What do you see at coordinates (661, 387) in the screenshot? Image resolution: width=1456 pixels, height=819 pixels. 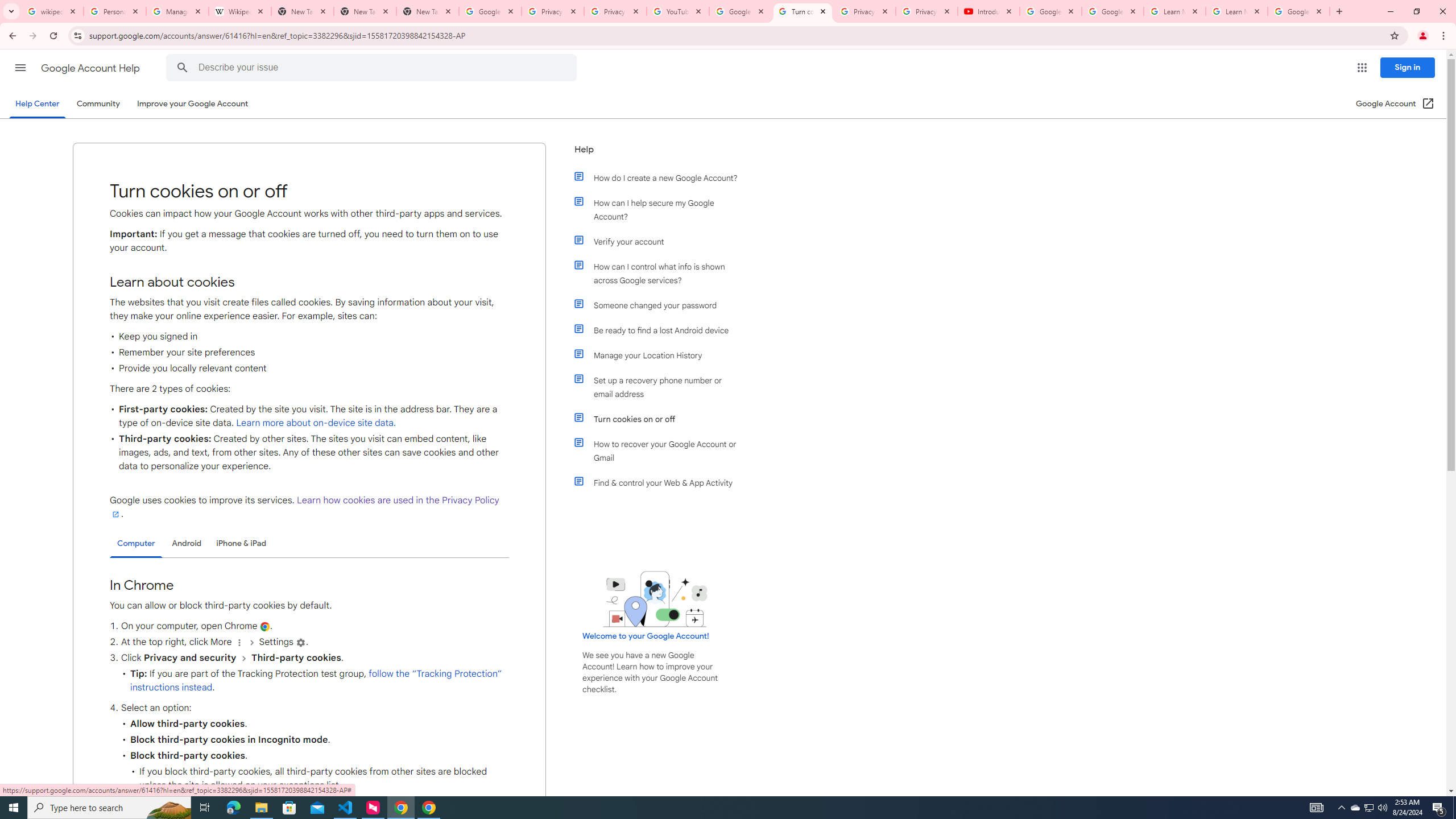 I see `'Set up a recovery phone number or email address'` at bounding box center [661, 387].